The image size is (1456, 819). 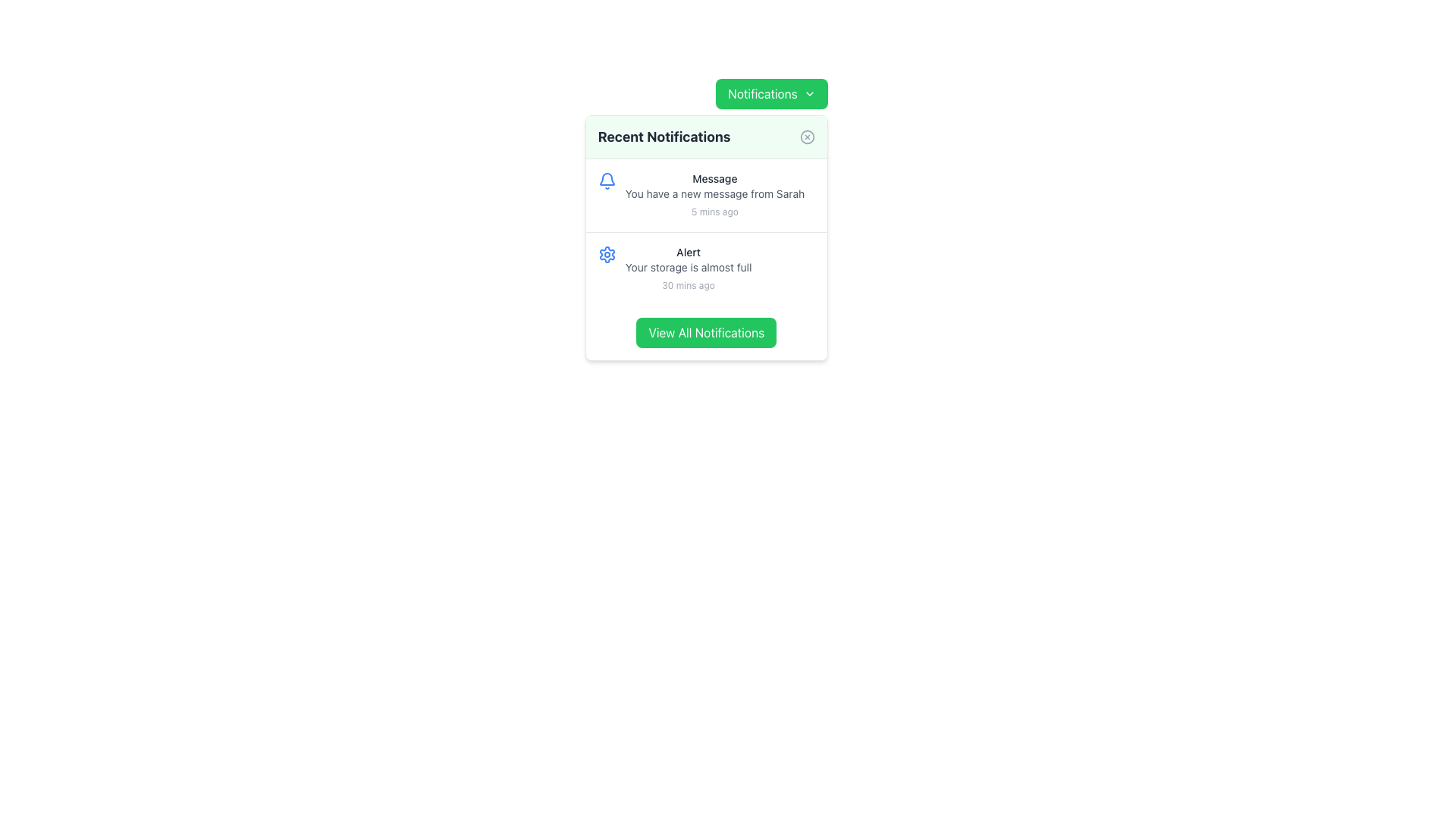 What do you see at coordinates (607, 180) in the screenshot?
I see `the notification alert icon located at the top-left corner of the first notification item in the list` at bounding box center [607, 180].